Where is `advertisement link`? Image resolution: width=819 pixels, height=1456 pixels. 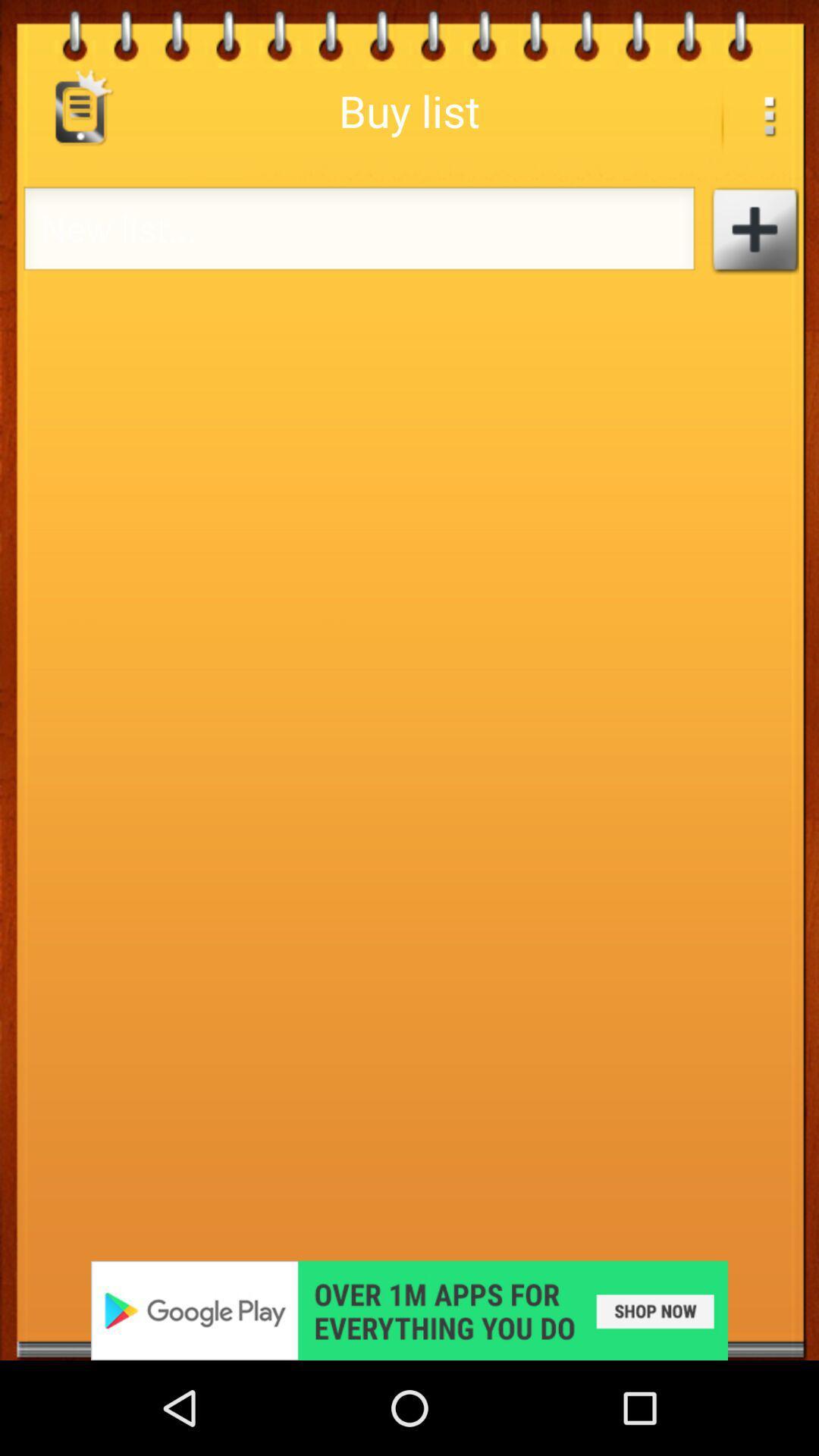 advertisement link is located at coordinates (409, 1310).